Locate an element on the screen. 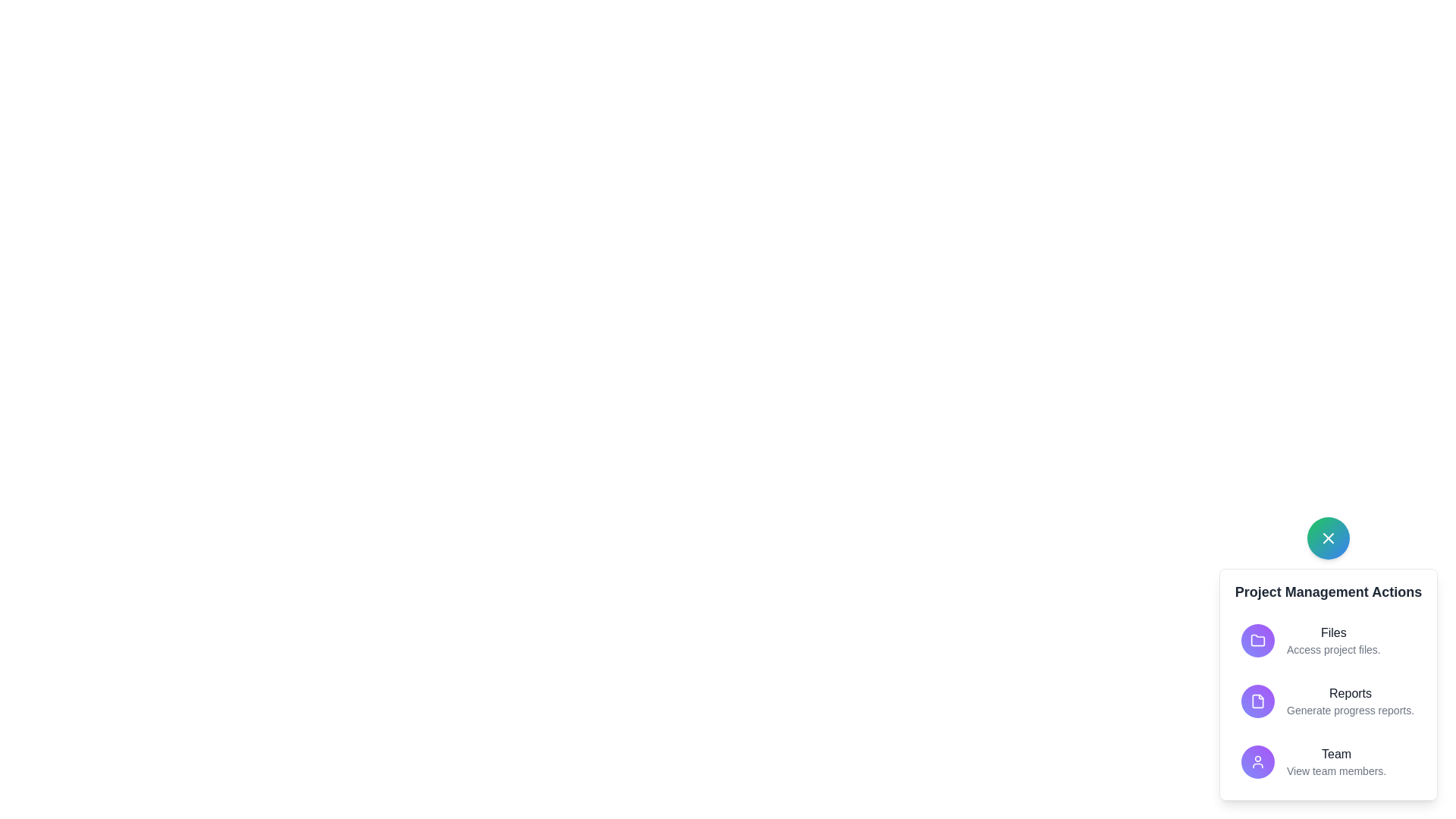  the 'Team' action button is located at coordinates (1335, 762).